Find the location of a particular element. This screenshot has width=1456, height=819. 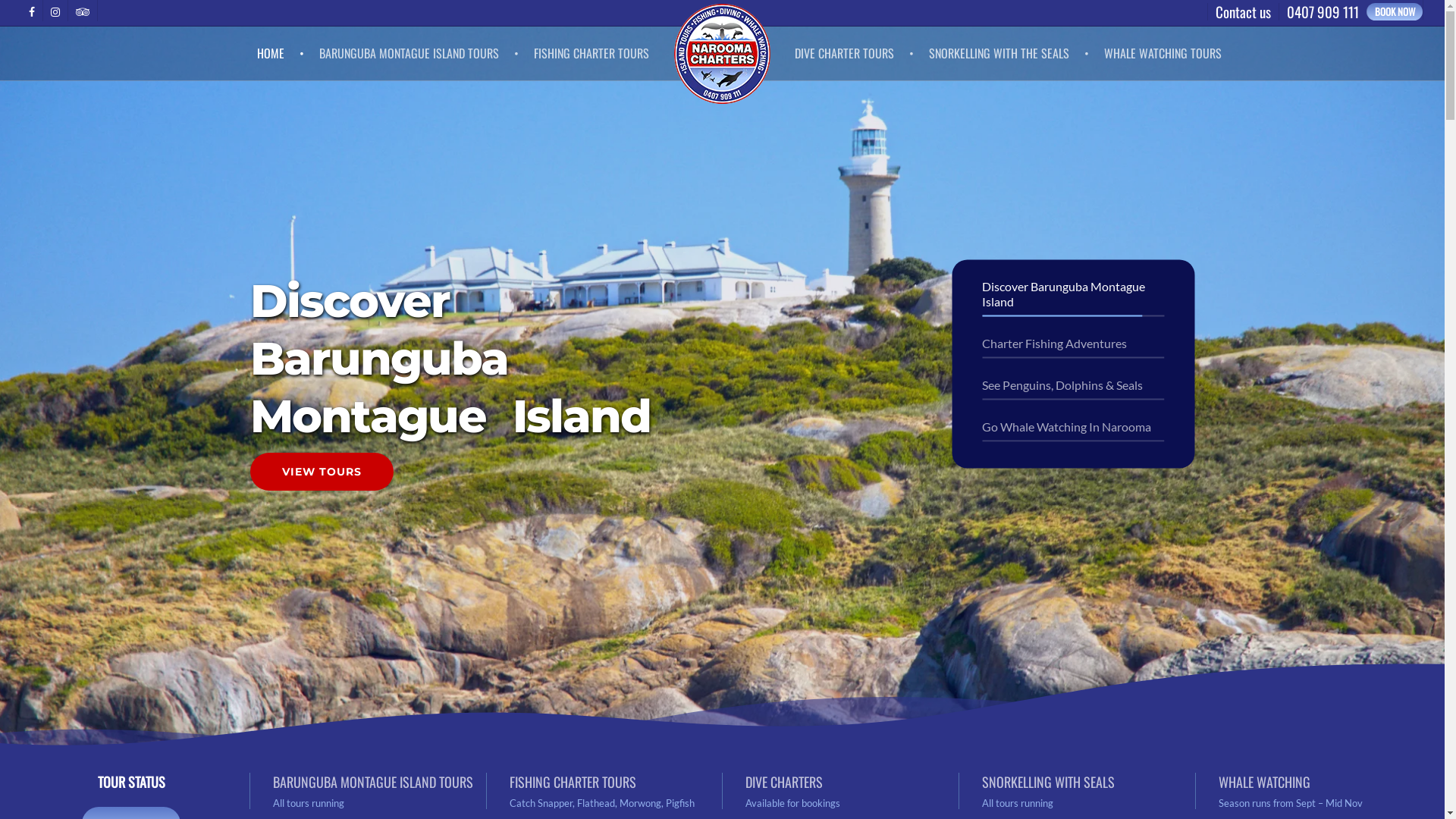

'facebook' is located at coordinates (32, 11).